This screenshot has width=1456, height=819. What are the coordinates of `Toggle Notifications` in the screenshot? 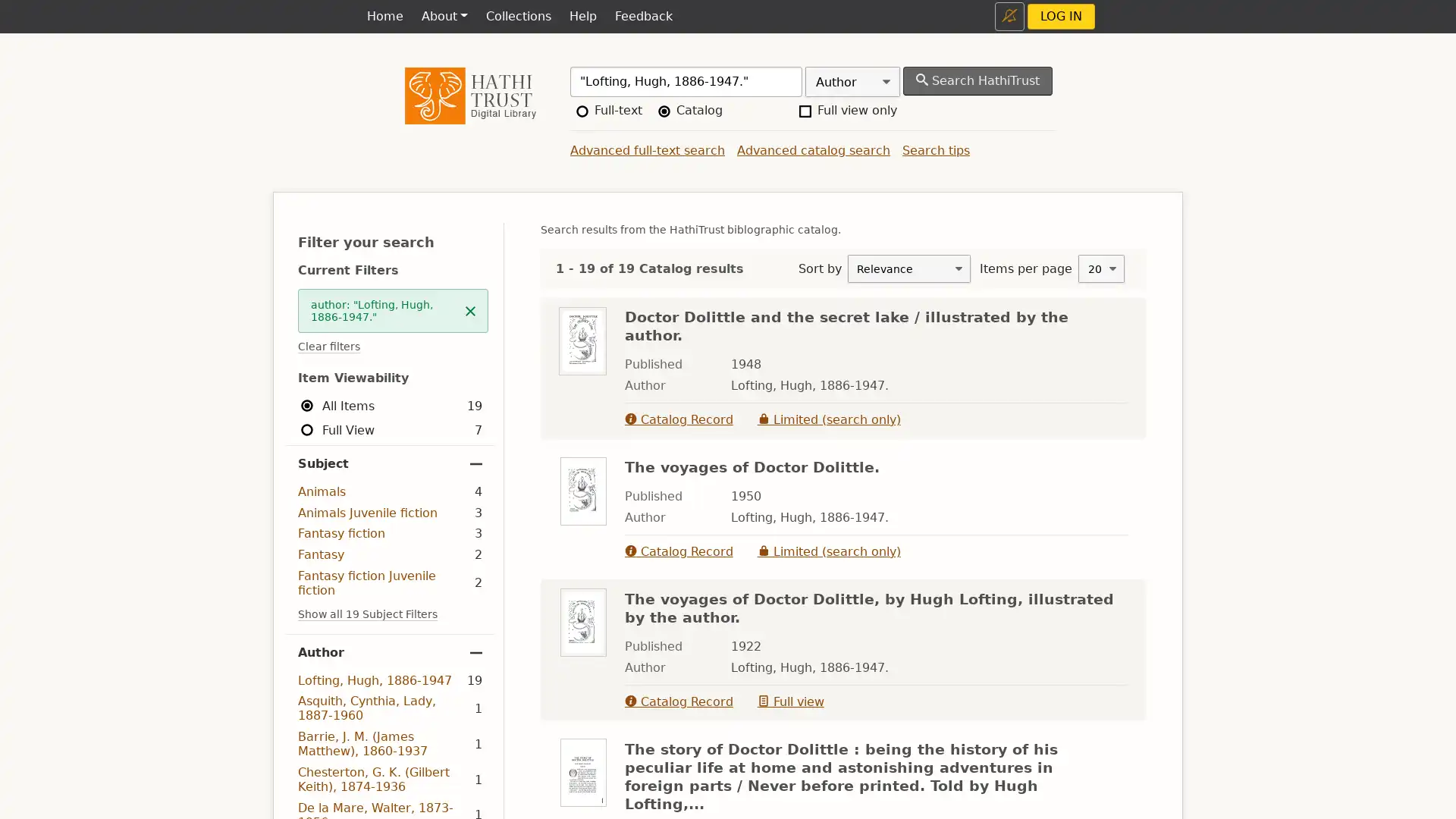 It's located at (1009, 16).